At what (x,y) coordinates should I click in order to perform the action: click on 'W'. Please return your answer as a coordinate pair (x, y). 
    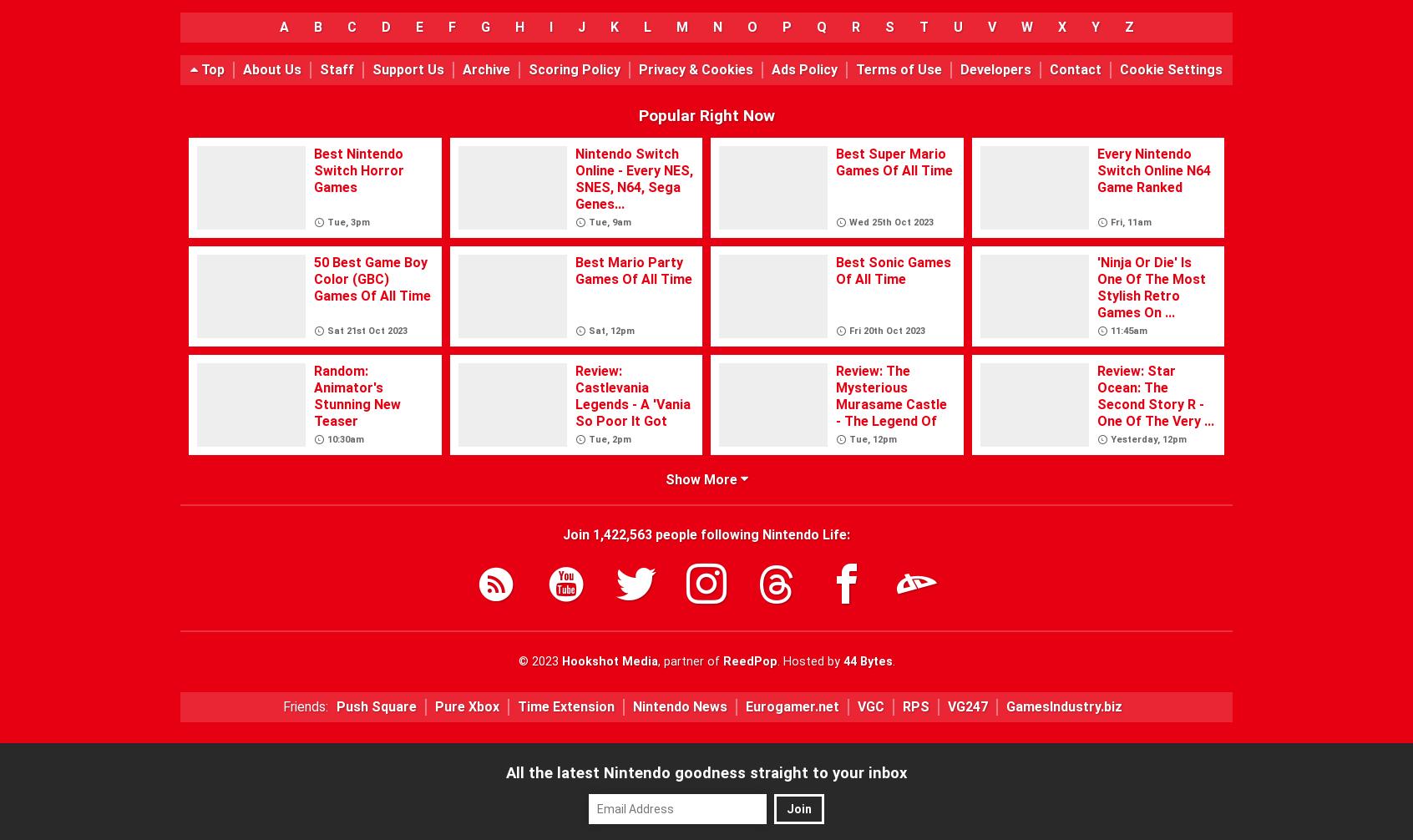
    Looking at the image, I should click on (1026, 27).